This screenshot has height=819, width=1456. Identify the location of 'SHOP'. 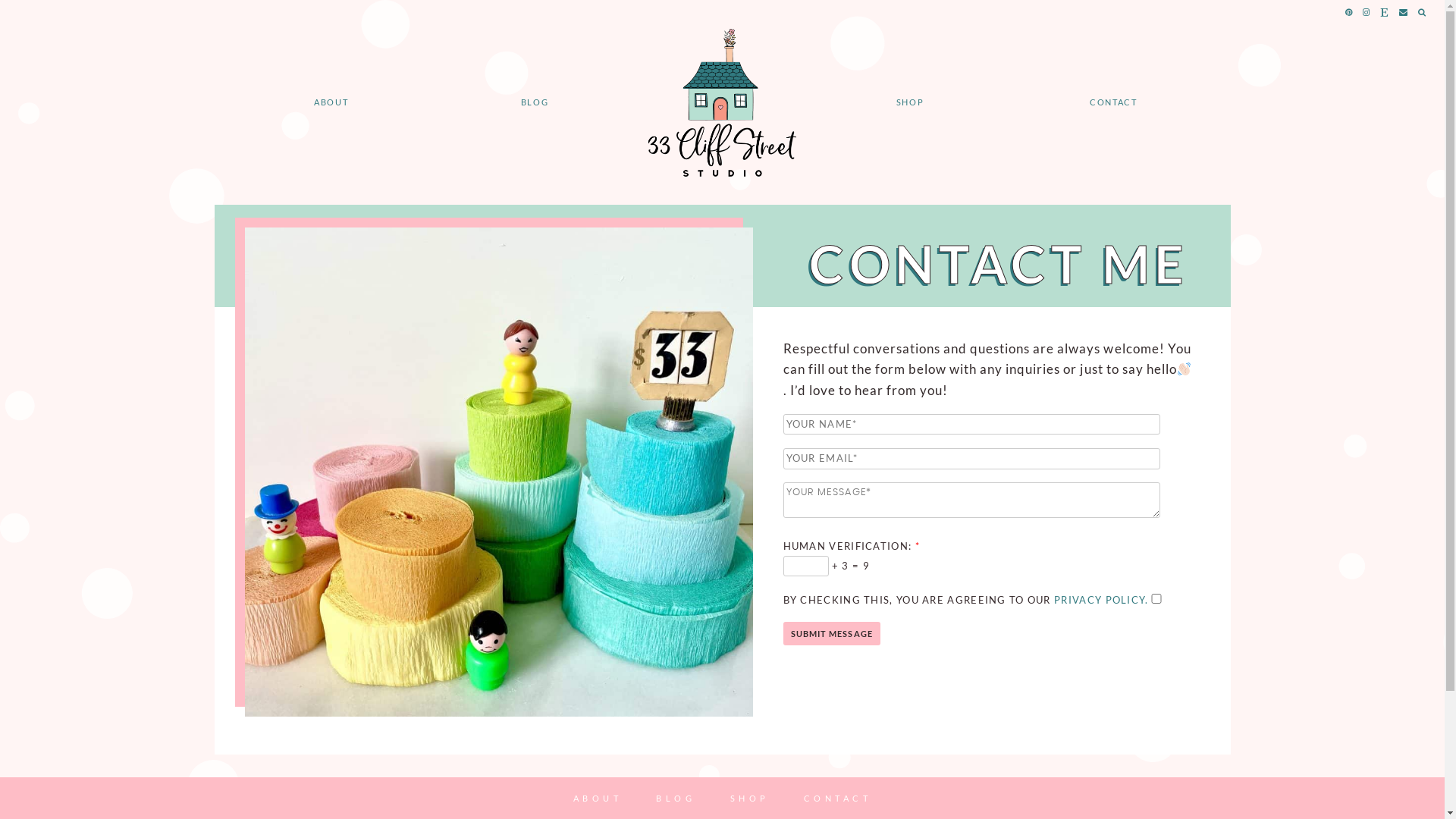
(910, 102).